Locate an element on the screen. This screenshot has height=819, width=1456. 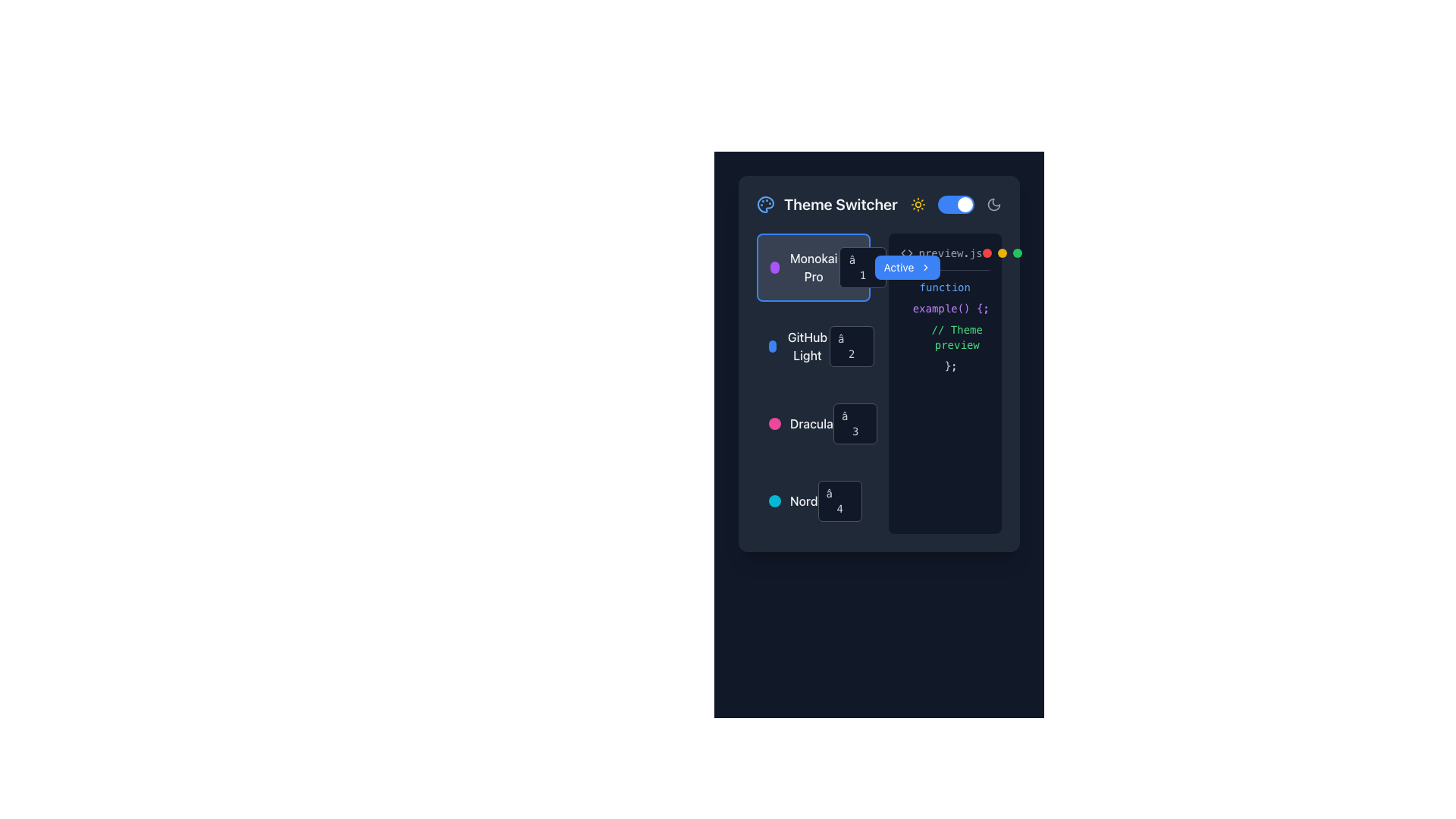
the 'Theme Switcher' text label on the theme control bar is located at coordinates (879, 205).